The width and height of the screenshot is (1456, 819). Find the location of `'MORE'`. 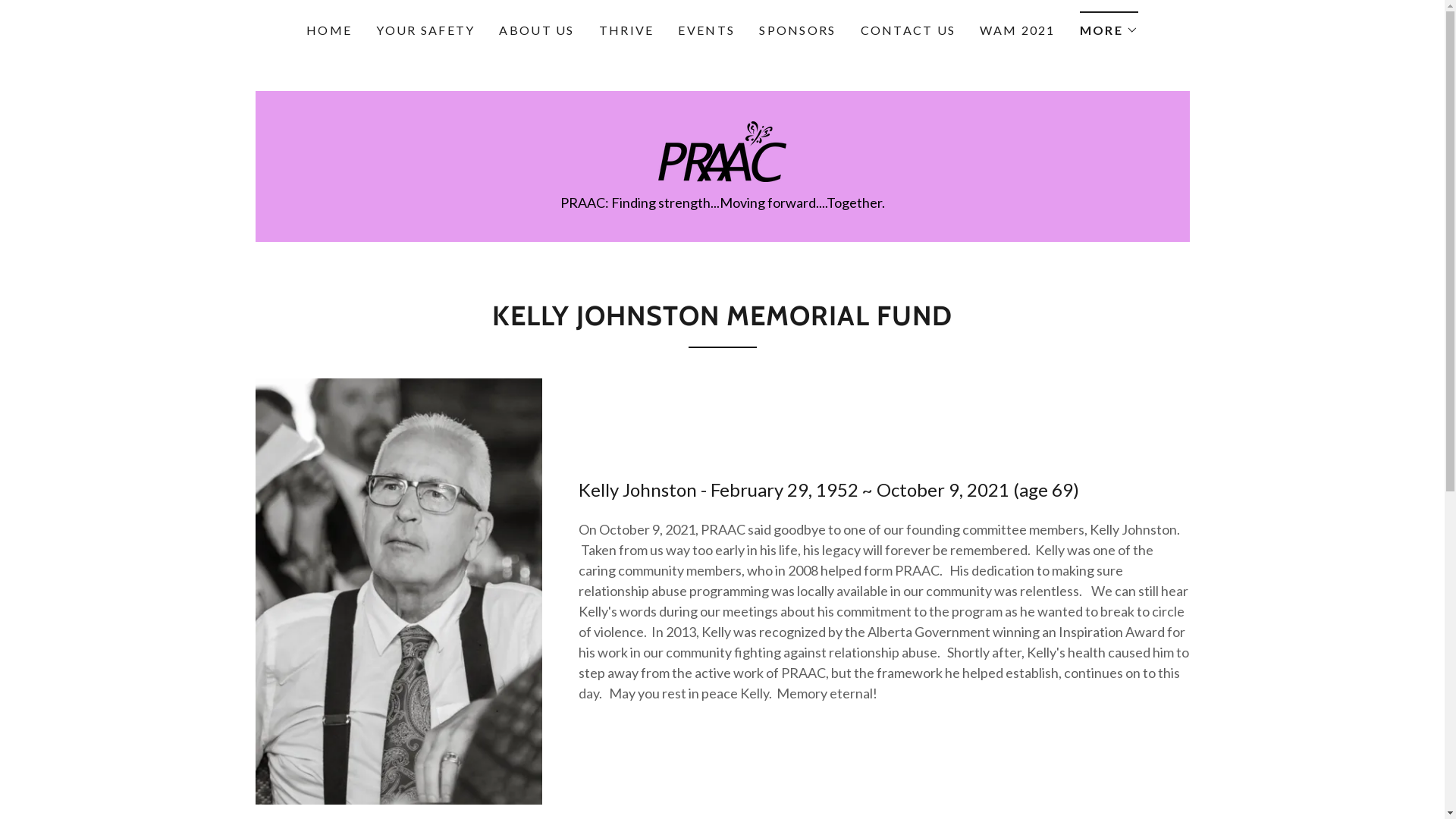

'MORE' is located at coordinates (1109, 25).